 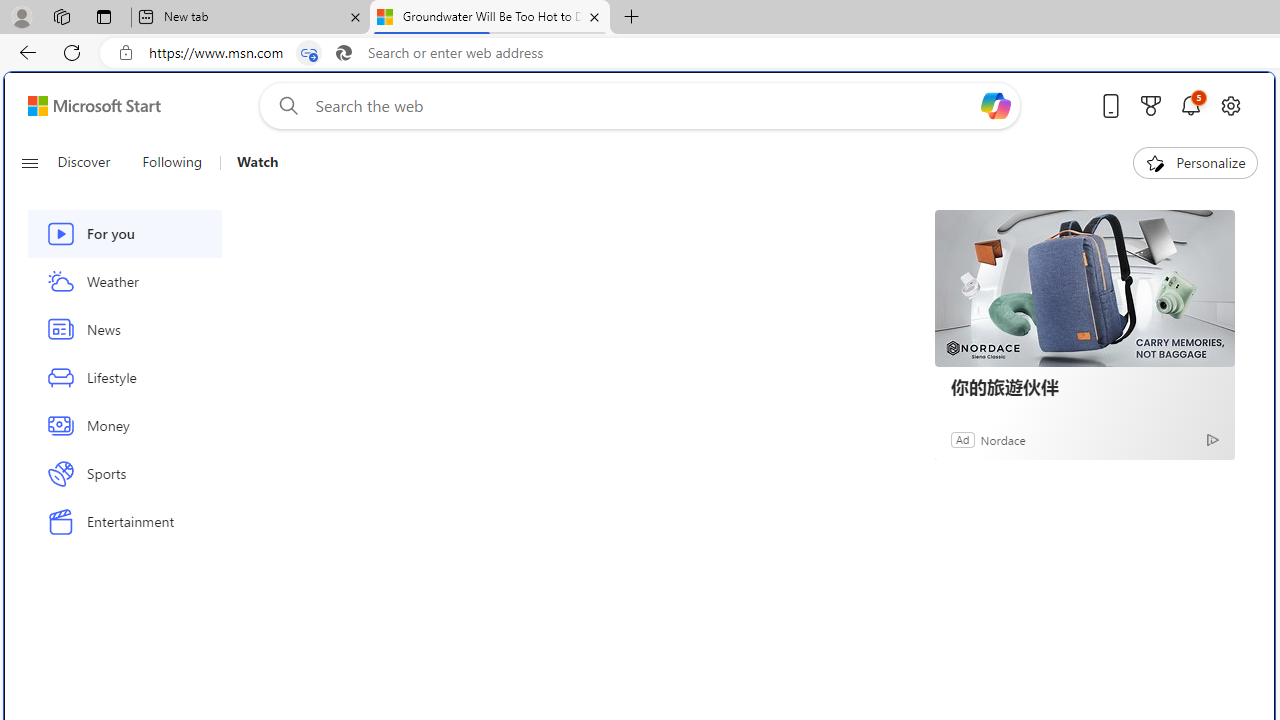 I want to click on 'Ad Choice', so click(x=1211, y=438).